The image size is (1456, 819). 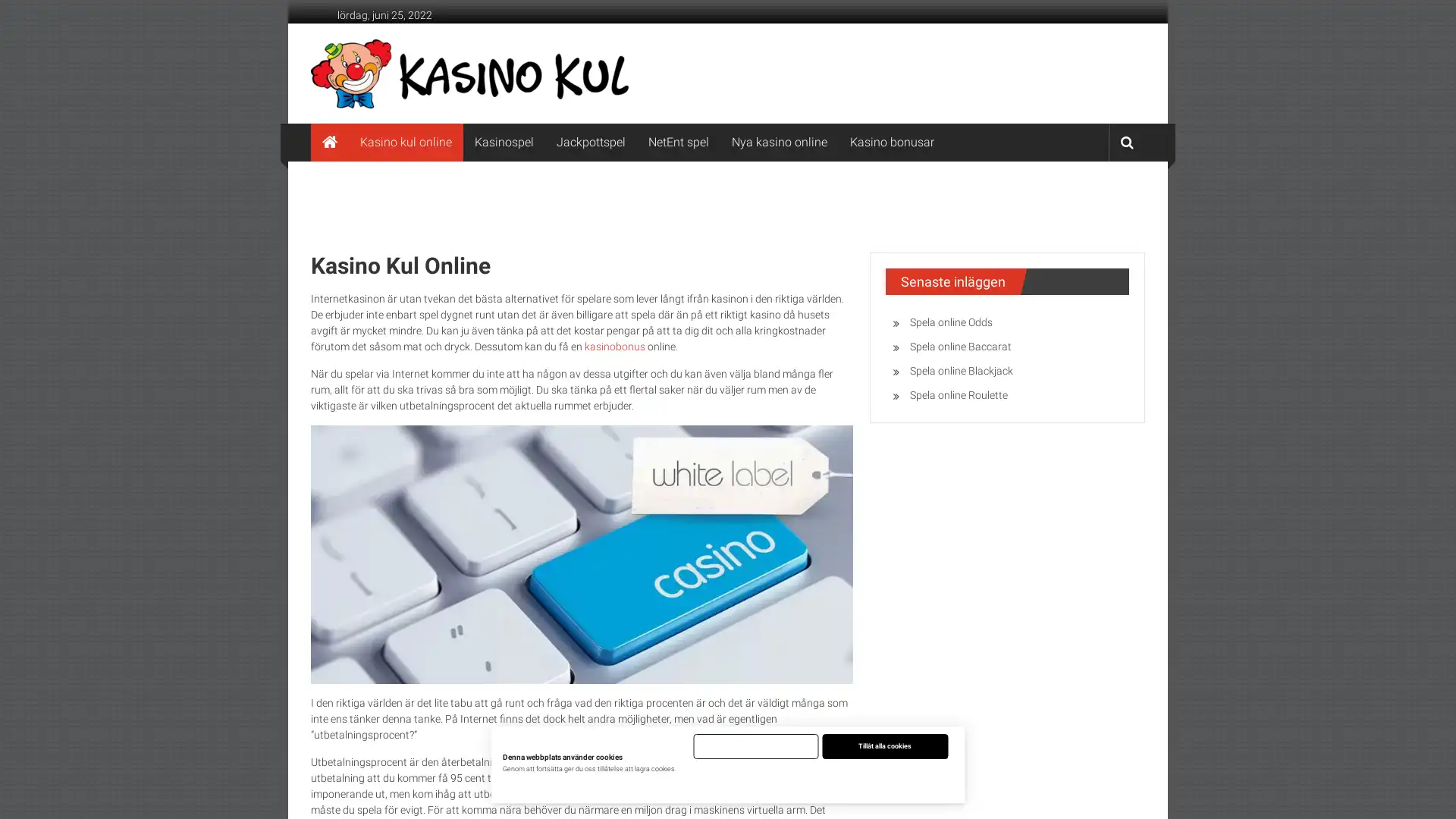 What do you see at coordinates (755, 745) in the screenshot?
I see `Endast nodvandiga` at bounding box center [755, 745].